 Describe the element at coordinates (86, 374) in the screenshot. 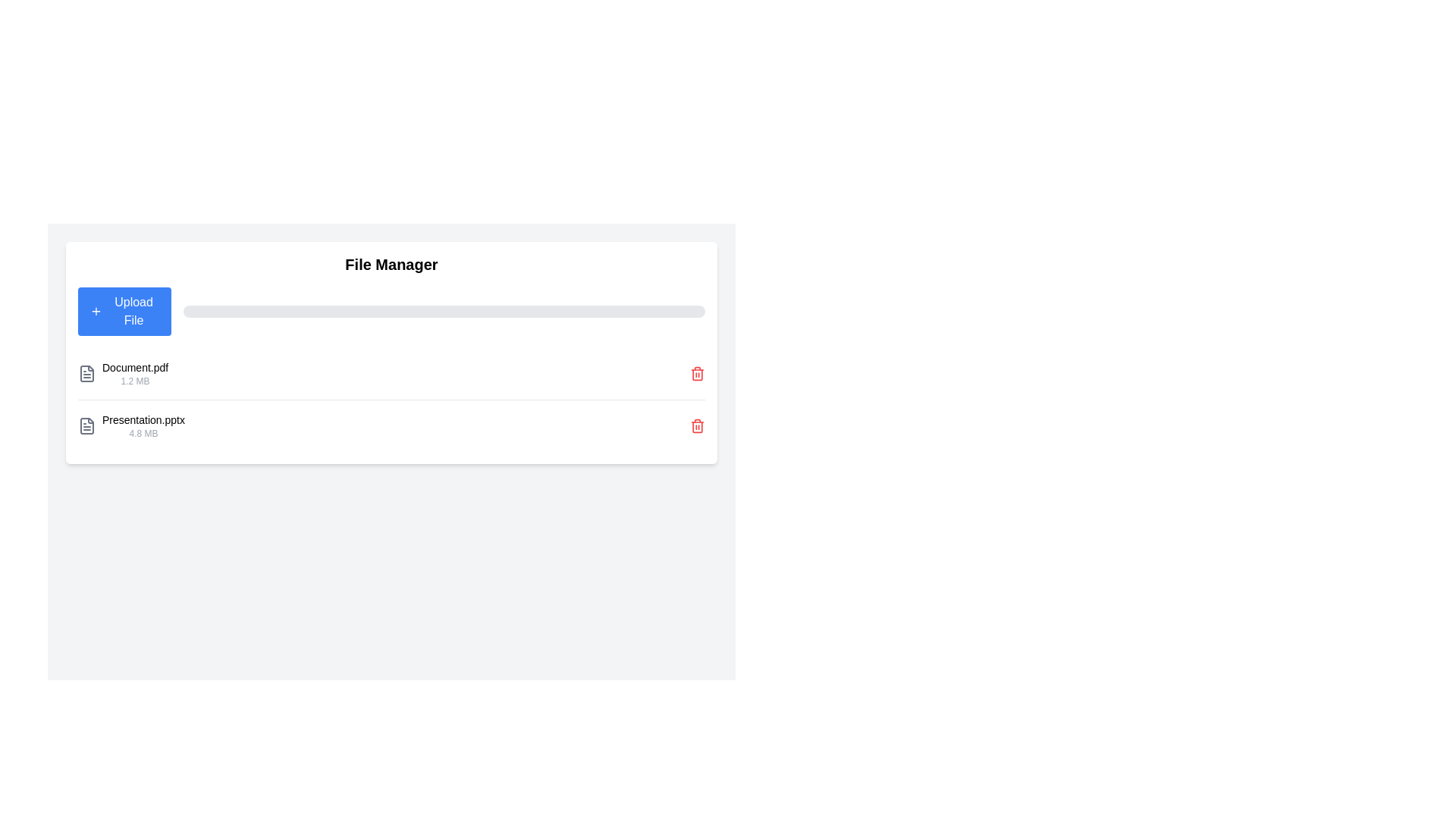

I see `the small document icon styled in light gray, located to the left of 'Document.pdf 1.2 MB' in the file manager section` at that location.